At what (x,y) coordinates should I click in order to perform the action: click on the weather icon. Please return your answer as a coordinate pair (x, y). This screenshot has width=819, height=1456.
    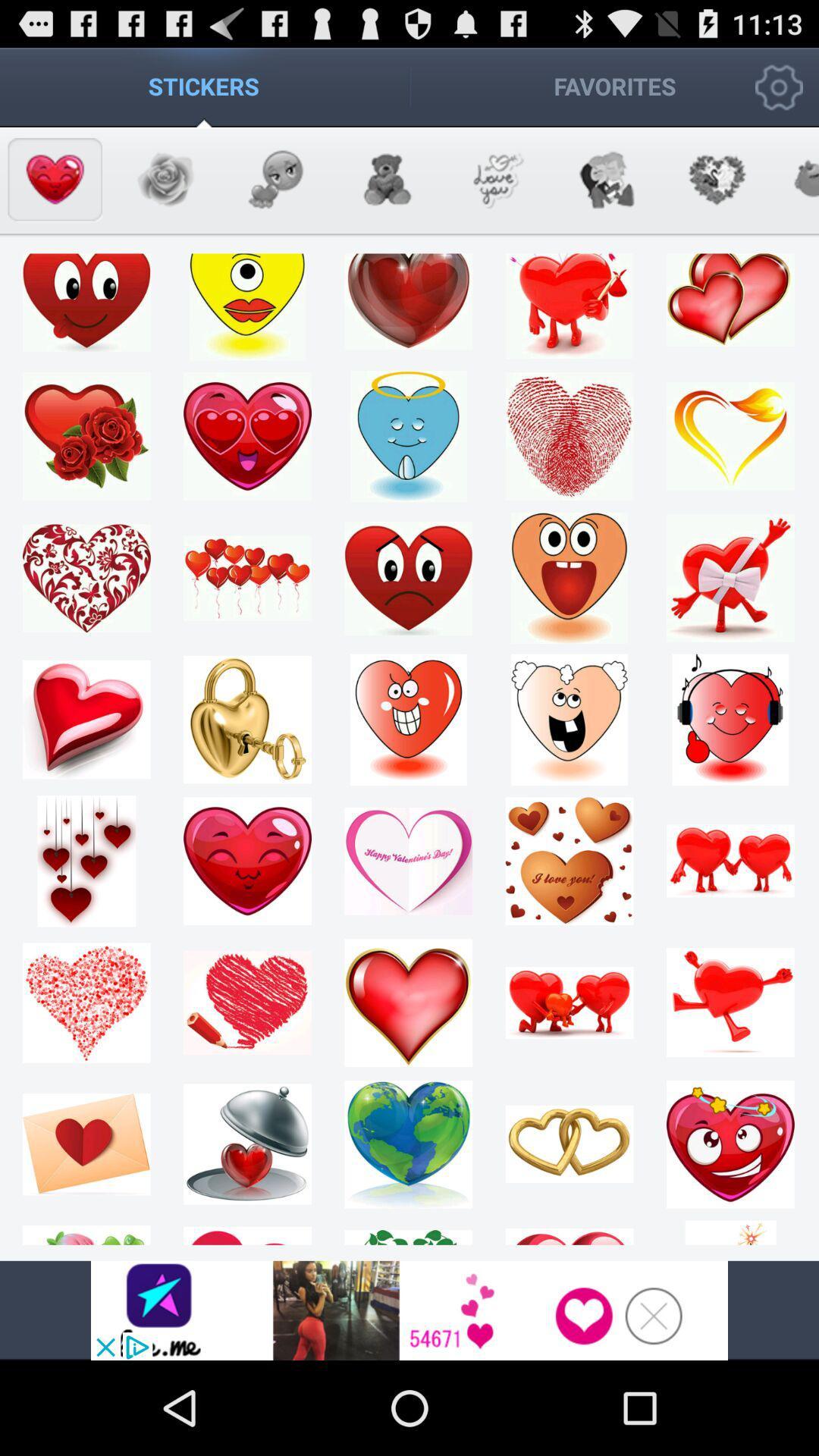
    Looking at the image, I should click on (496, 192).